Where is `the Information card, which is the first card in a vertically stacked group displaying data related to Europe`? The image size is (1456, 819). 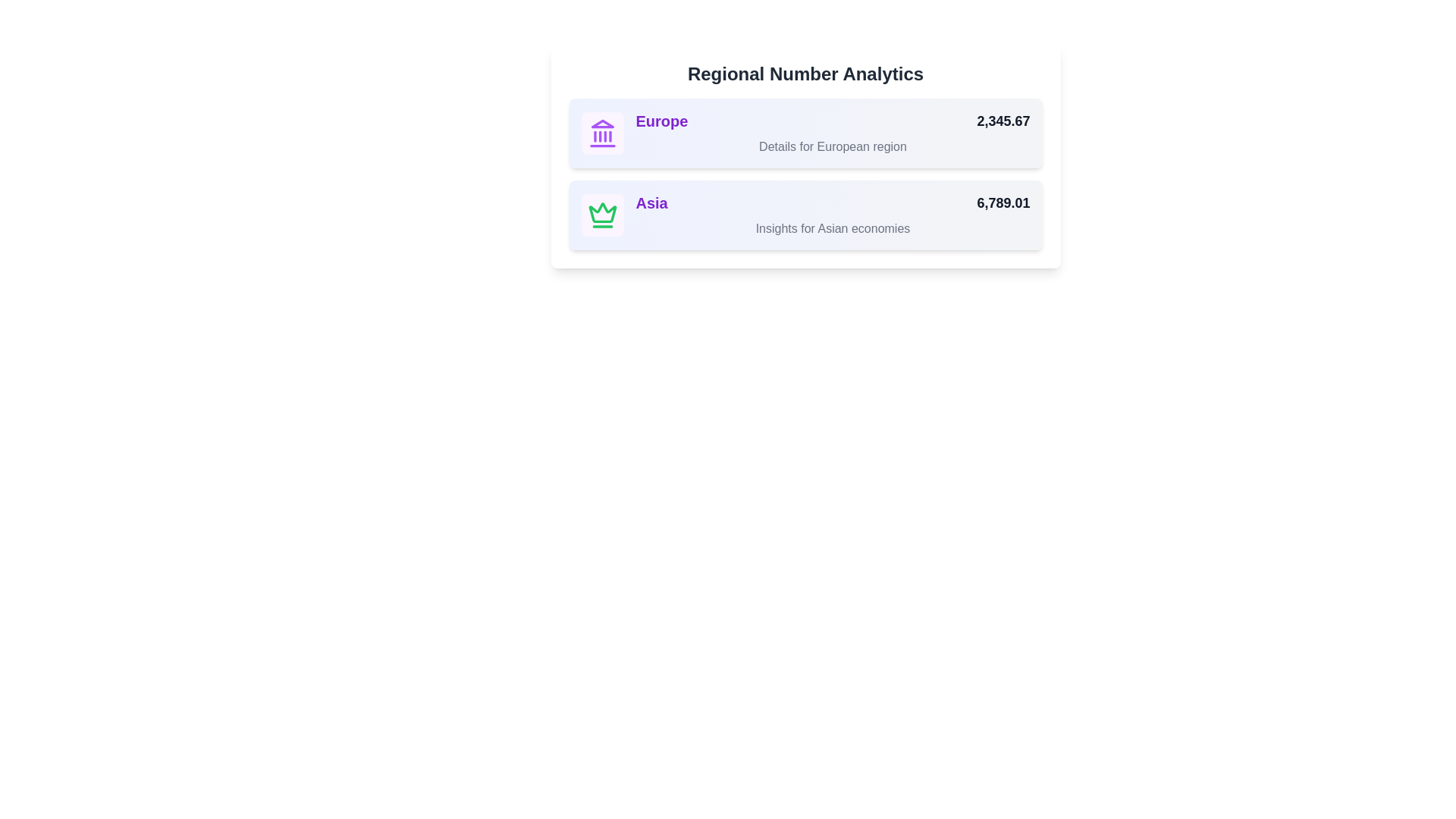 the Information card, which is the first card in a vertically stacked group displaying data related to Europe is located at coordinates (805, 133).